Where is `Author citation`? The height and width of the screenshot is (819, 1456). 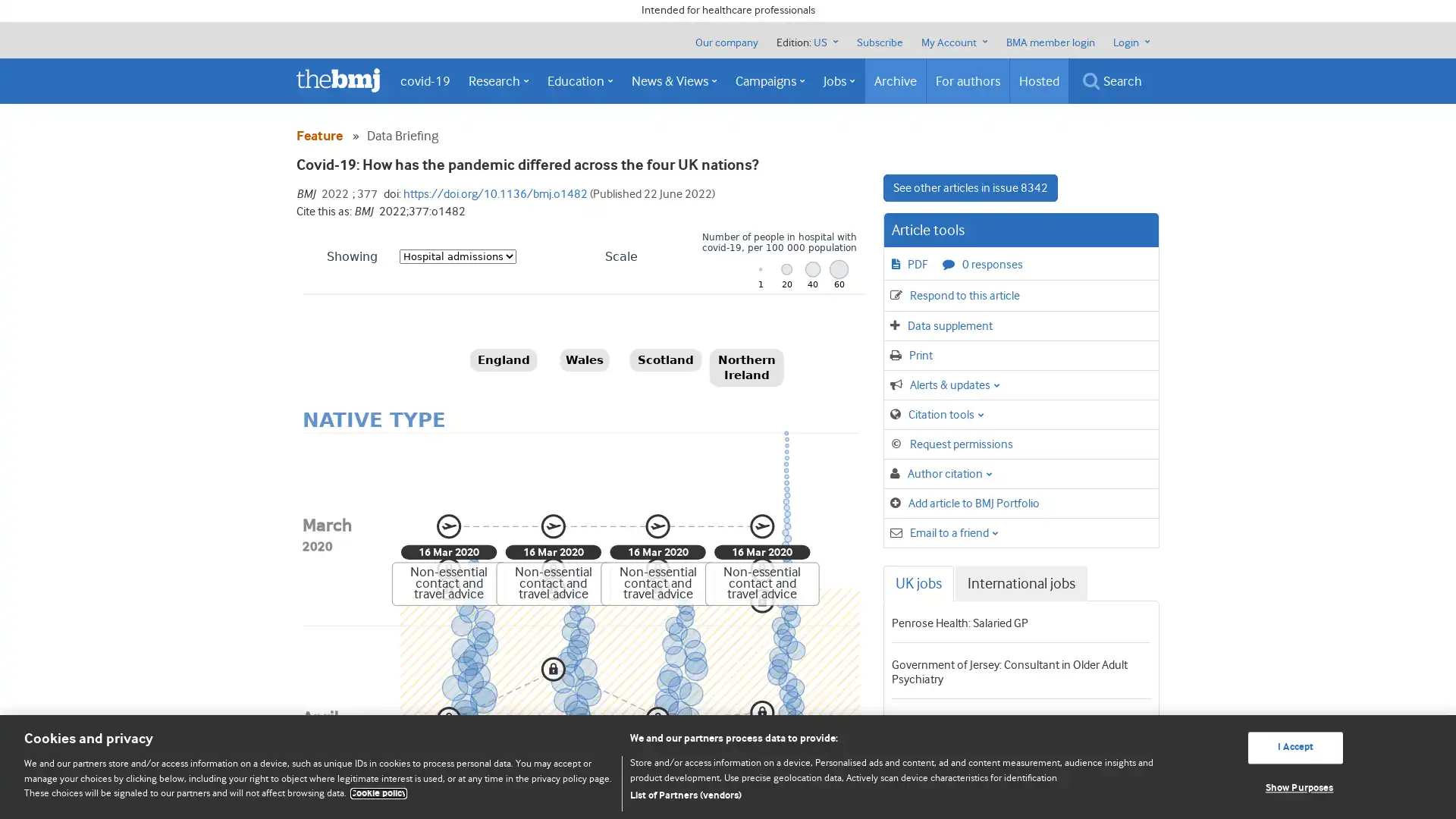
Author citation is located at coordinates (948, 472).